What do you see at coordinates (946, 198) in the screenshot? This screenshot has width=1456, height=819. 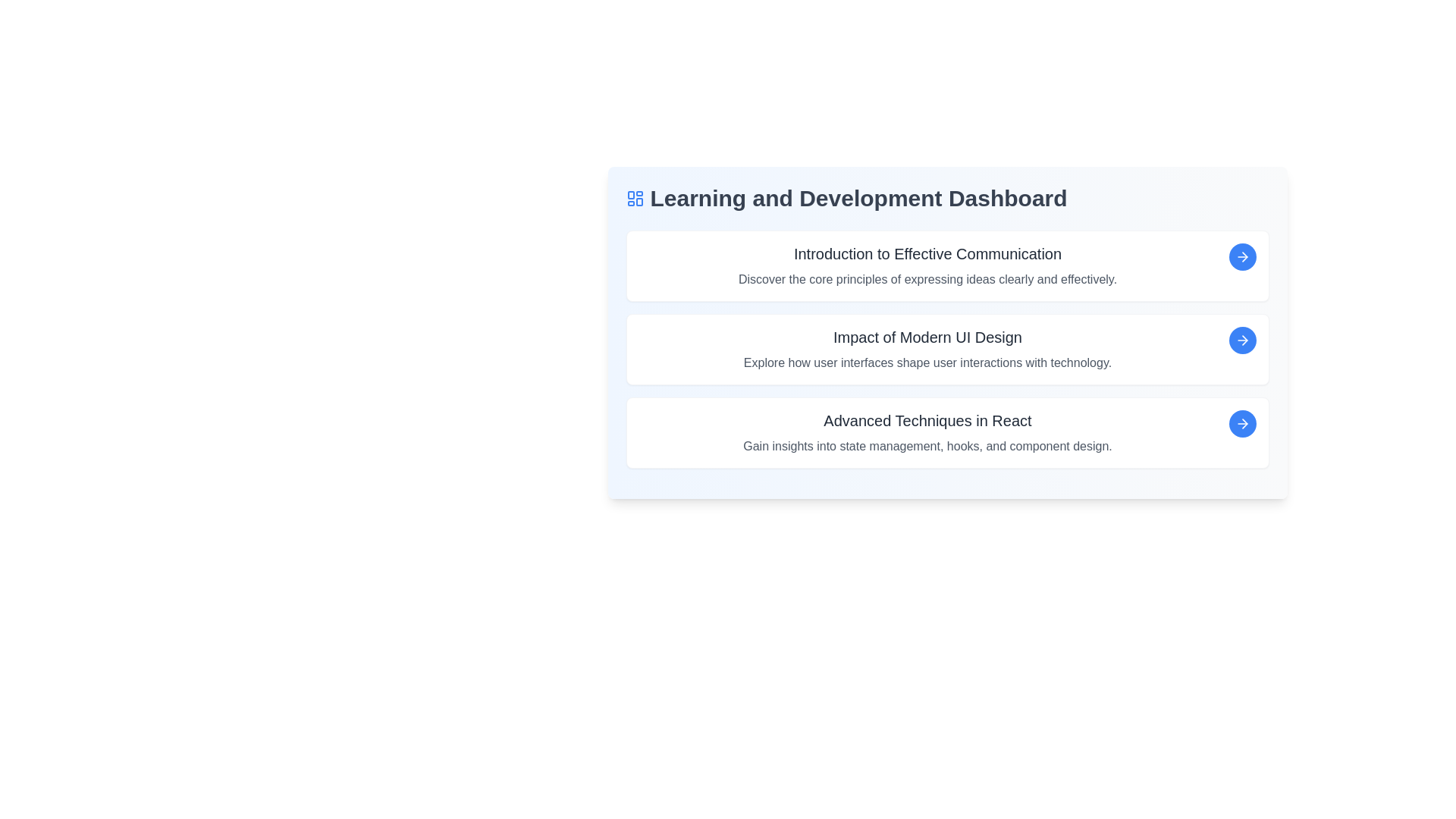 I see `title label 'Learning and Development Dashboard' to understand the dashboard's context` at bounding box center [946, 198].